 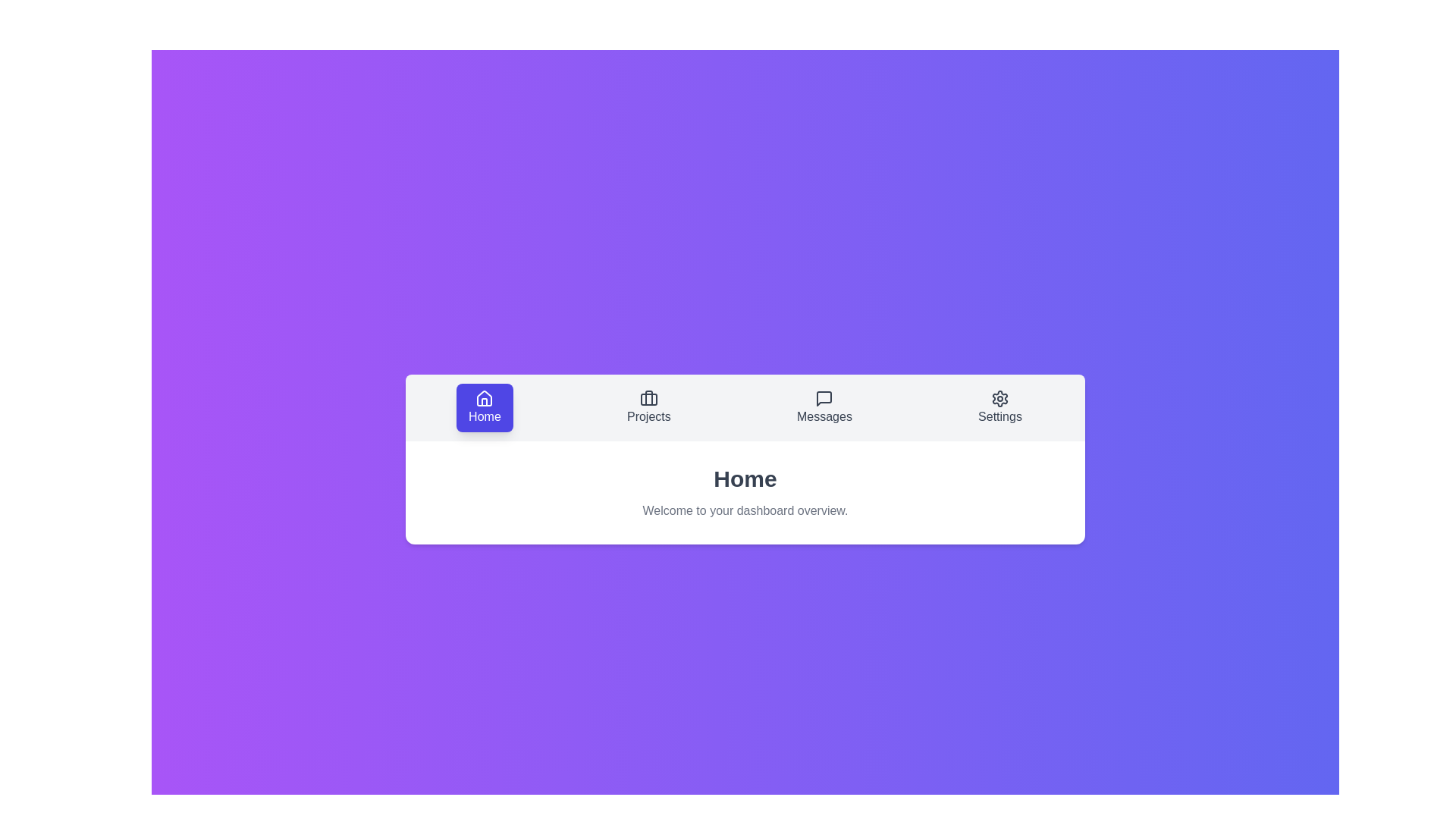 What do you see at coordinates (1000, 406) in the screenshot?
I see `the Settings tab by clicking on it` at bounding box center [1000, 406].